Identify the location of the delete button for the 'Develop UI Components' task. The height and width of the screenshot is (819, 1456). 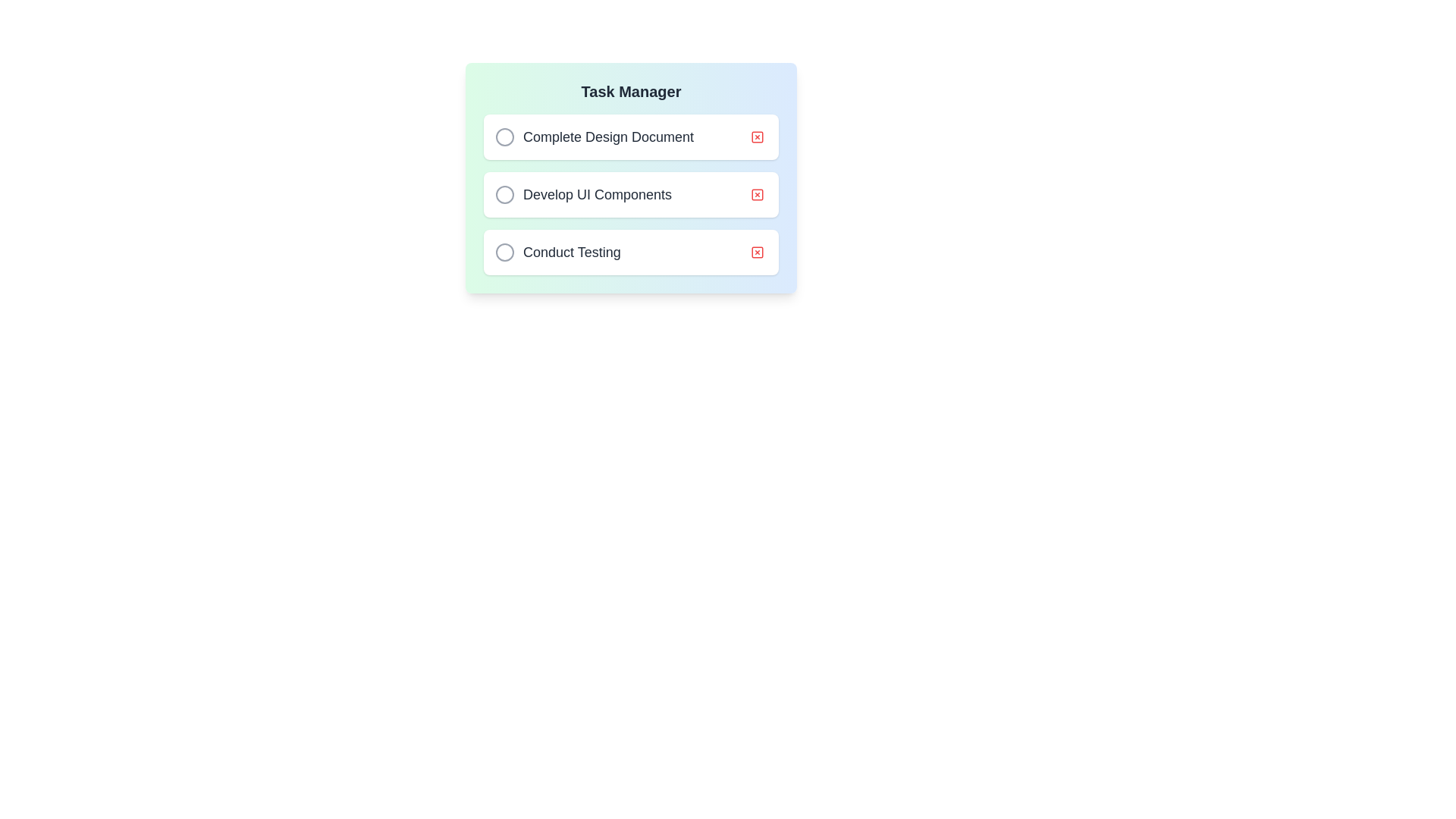
(757, 194).